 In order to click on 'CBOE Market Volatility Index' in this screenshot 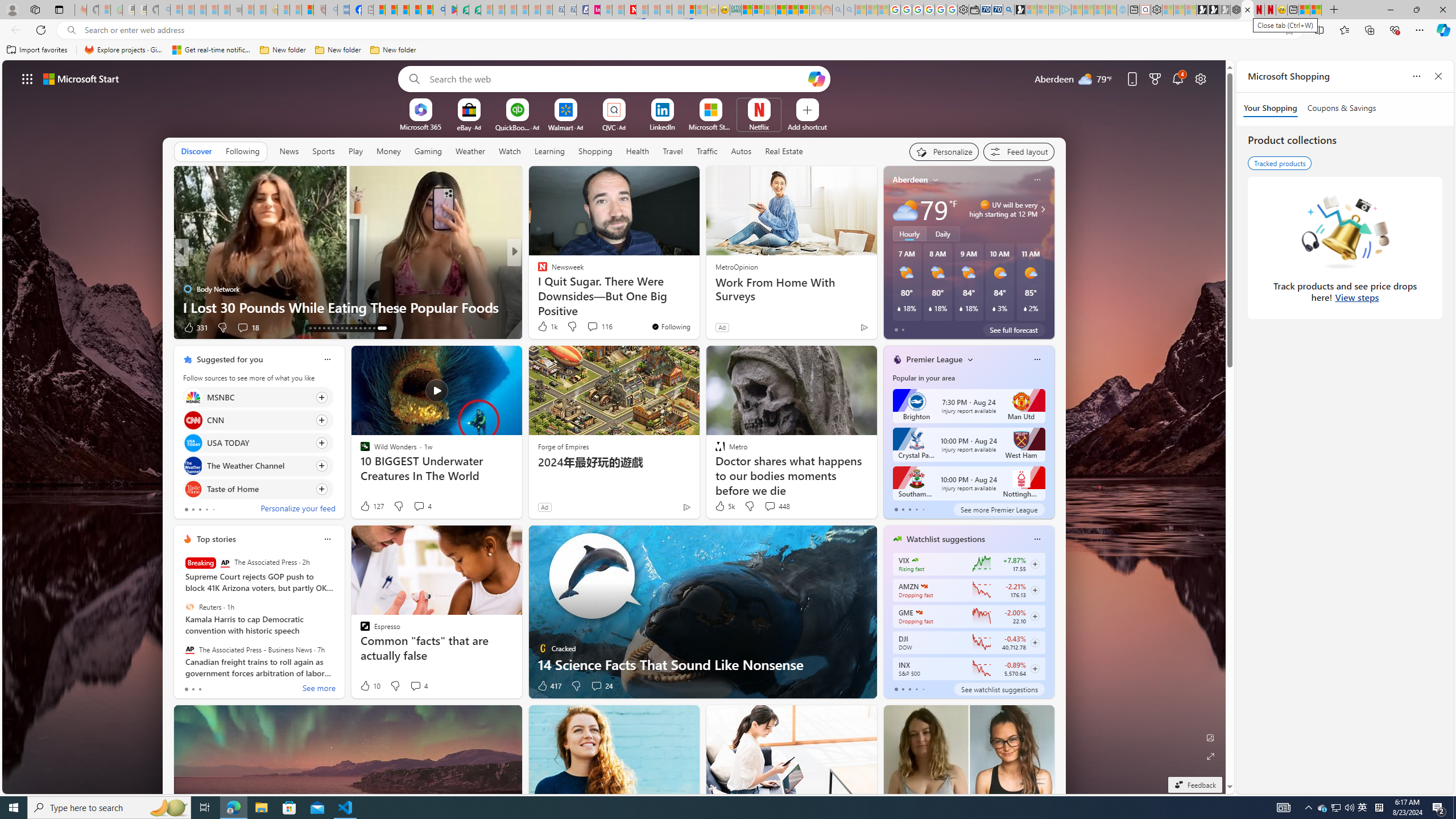, I will do `click(914, 560)`.